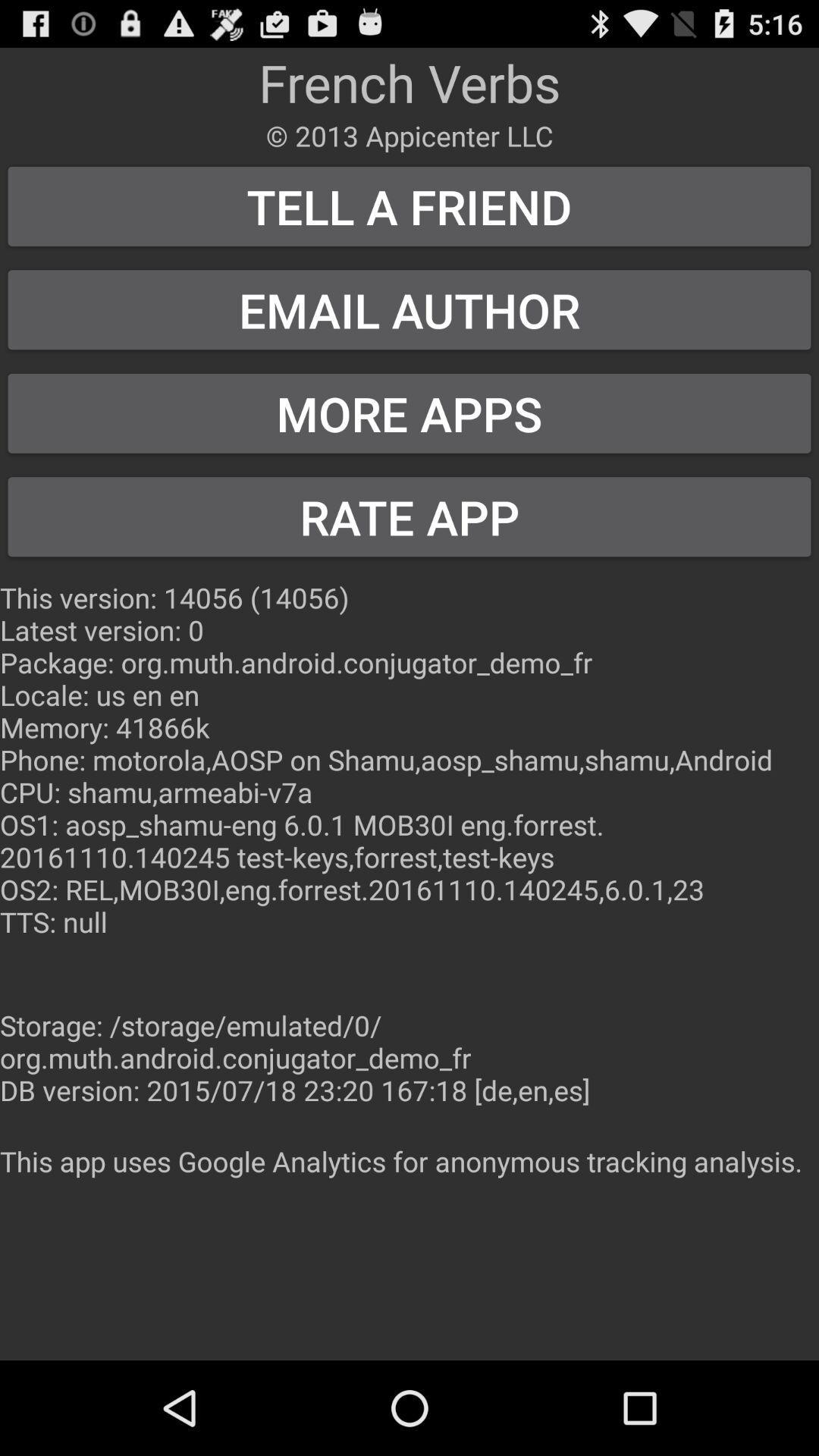 This screenshot has height=1456, width=819. Describe the element at coordinates (409, 206) in the screenshot. I see `tell a friend button` at that location.